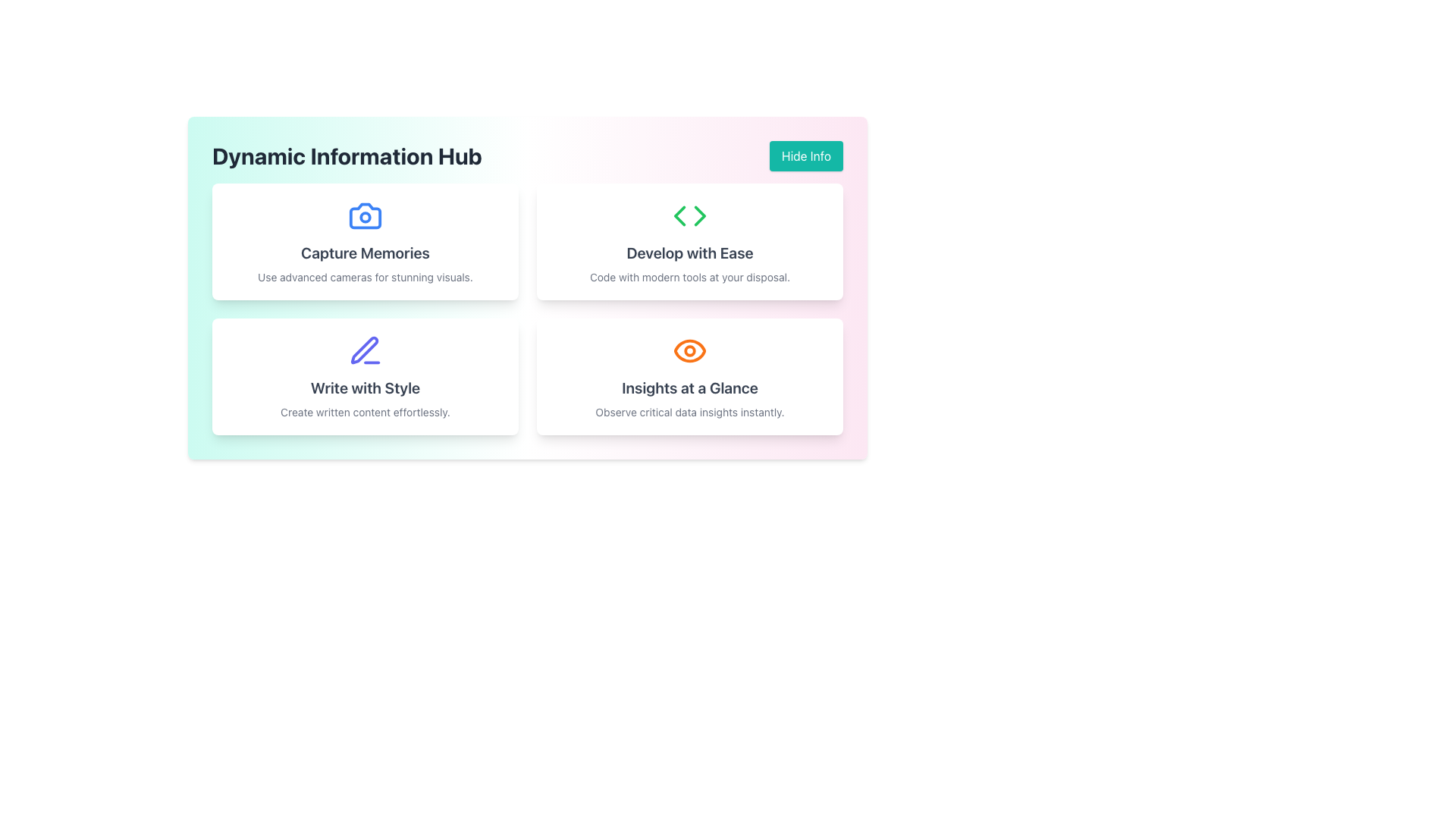 The image size is (1456, 819). Describe the element at coordinates (365, 216) in the screenshot. I see `the circular dot graphic component located centrally within the camera icon of the 'Capture Memories' section` at that location.